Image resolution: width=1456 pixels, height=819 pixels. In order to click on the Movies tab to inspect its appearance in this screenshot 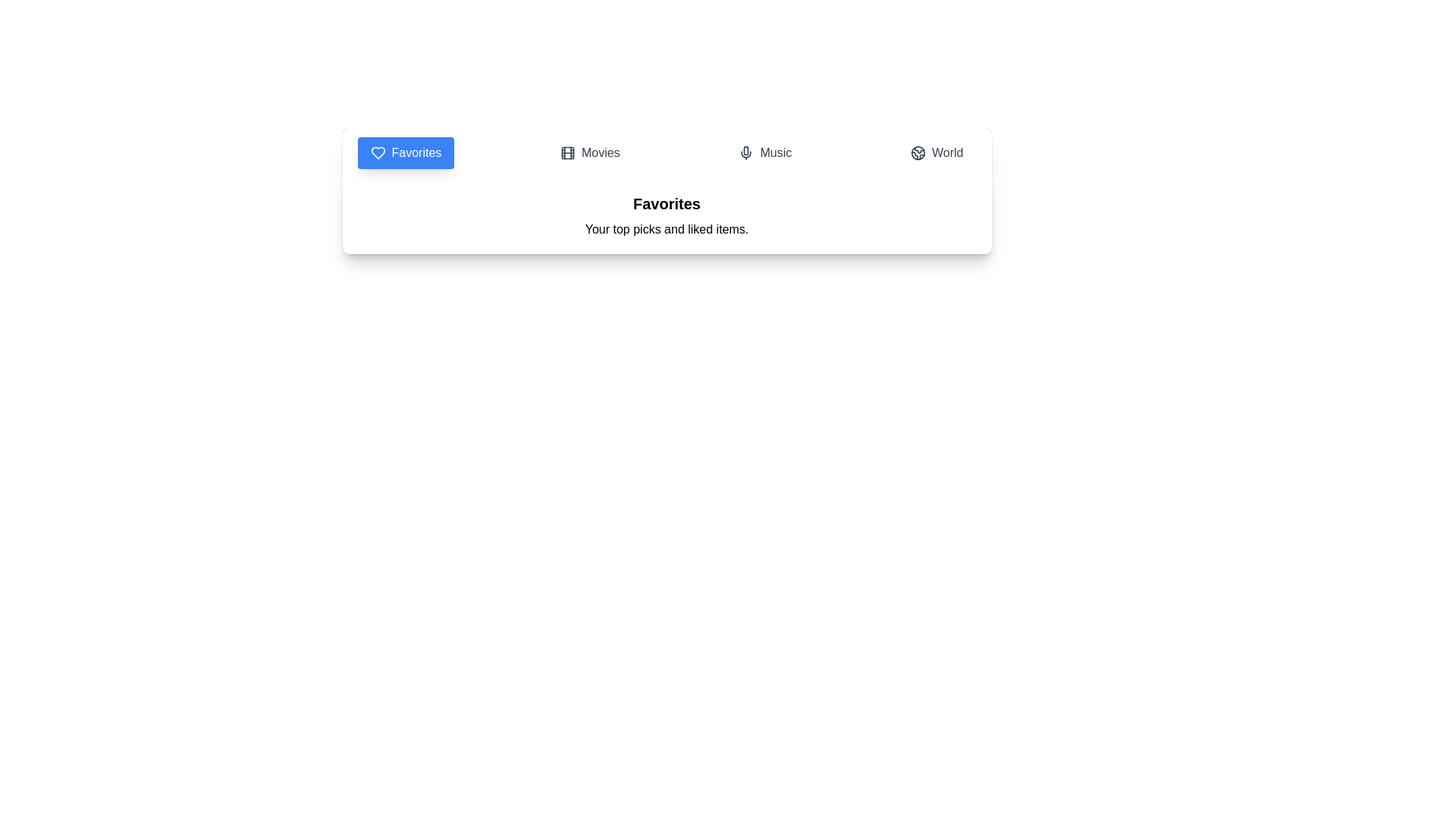, I will do `click(588, 152)`.